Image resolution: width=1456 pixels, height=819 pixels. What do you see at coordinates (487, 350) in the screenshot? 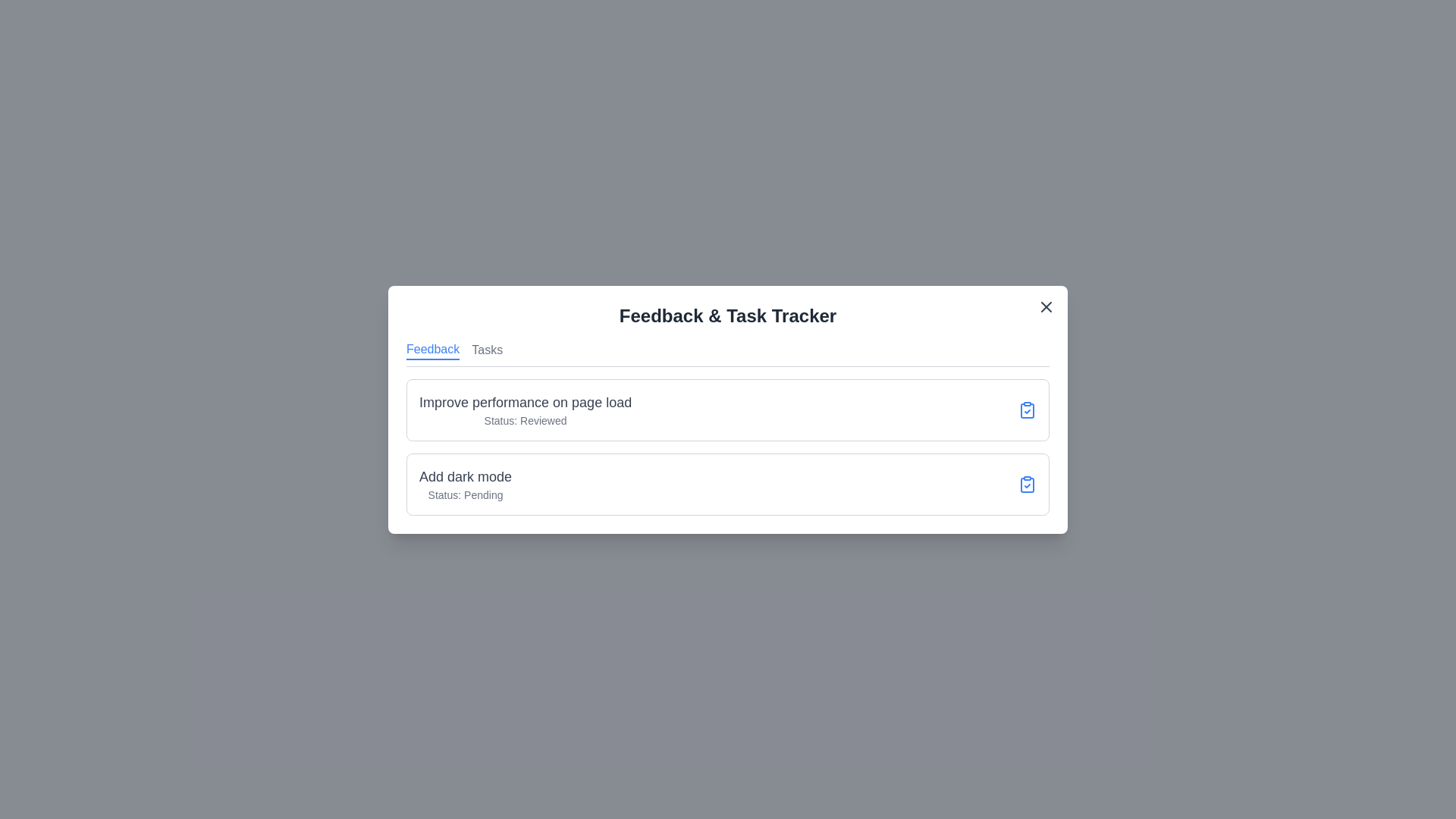
I see `the 'Tasks' Navigation Tab located in the horizontal navigation bar at the top center of the 'Feedback & Task Tracker' section` at bounding box center [487, 350].